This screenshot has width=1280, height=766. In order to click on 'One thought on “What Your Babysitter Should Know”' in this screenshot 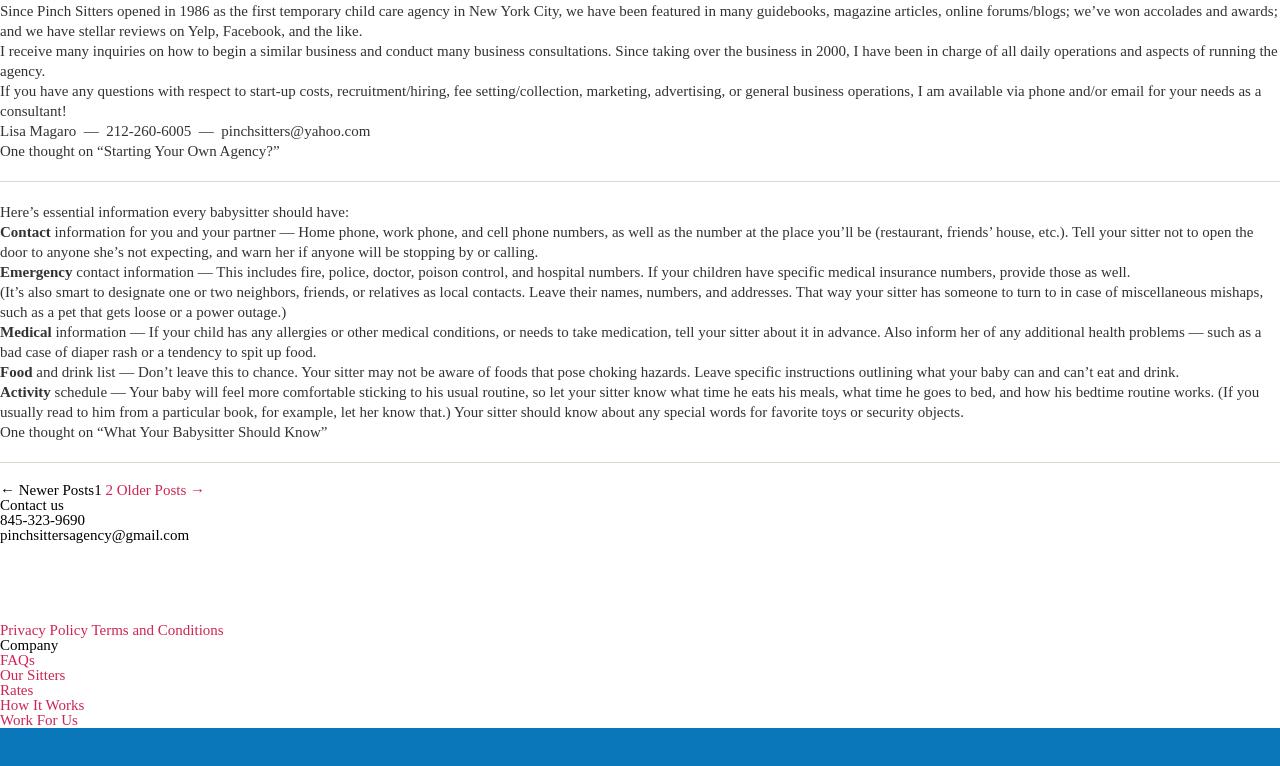, I will do `click(163, 432)`.